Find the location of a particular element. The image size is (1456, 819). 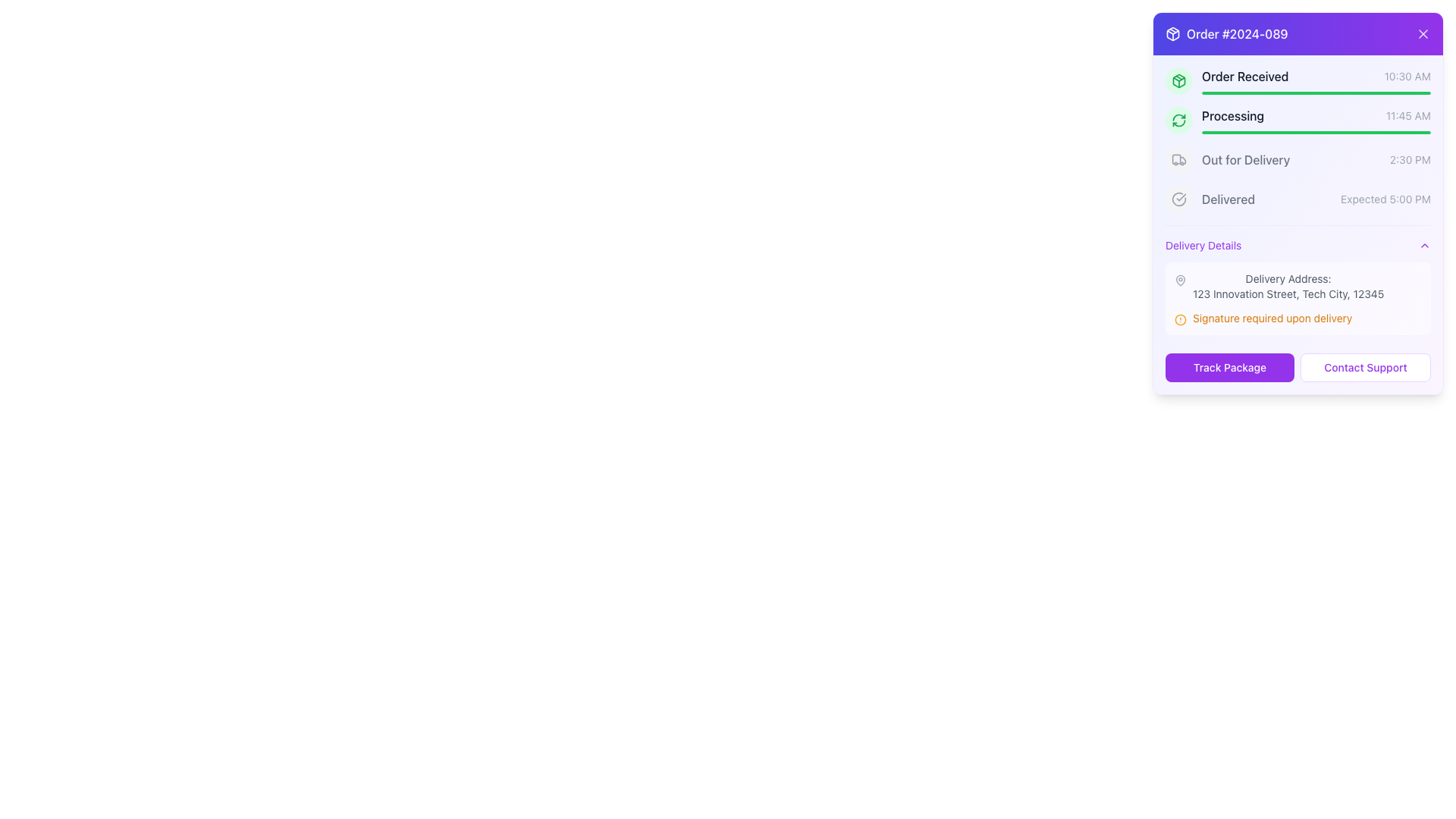

the Status icon that indicates the current status of the order as being processed, located to the left of the 'Processing' text and above the time '11:45 AM' is located at coordinates (1178, 119).